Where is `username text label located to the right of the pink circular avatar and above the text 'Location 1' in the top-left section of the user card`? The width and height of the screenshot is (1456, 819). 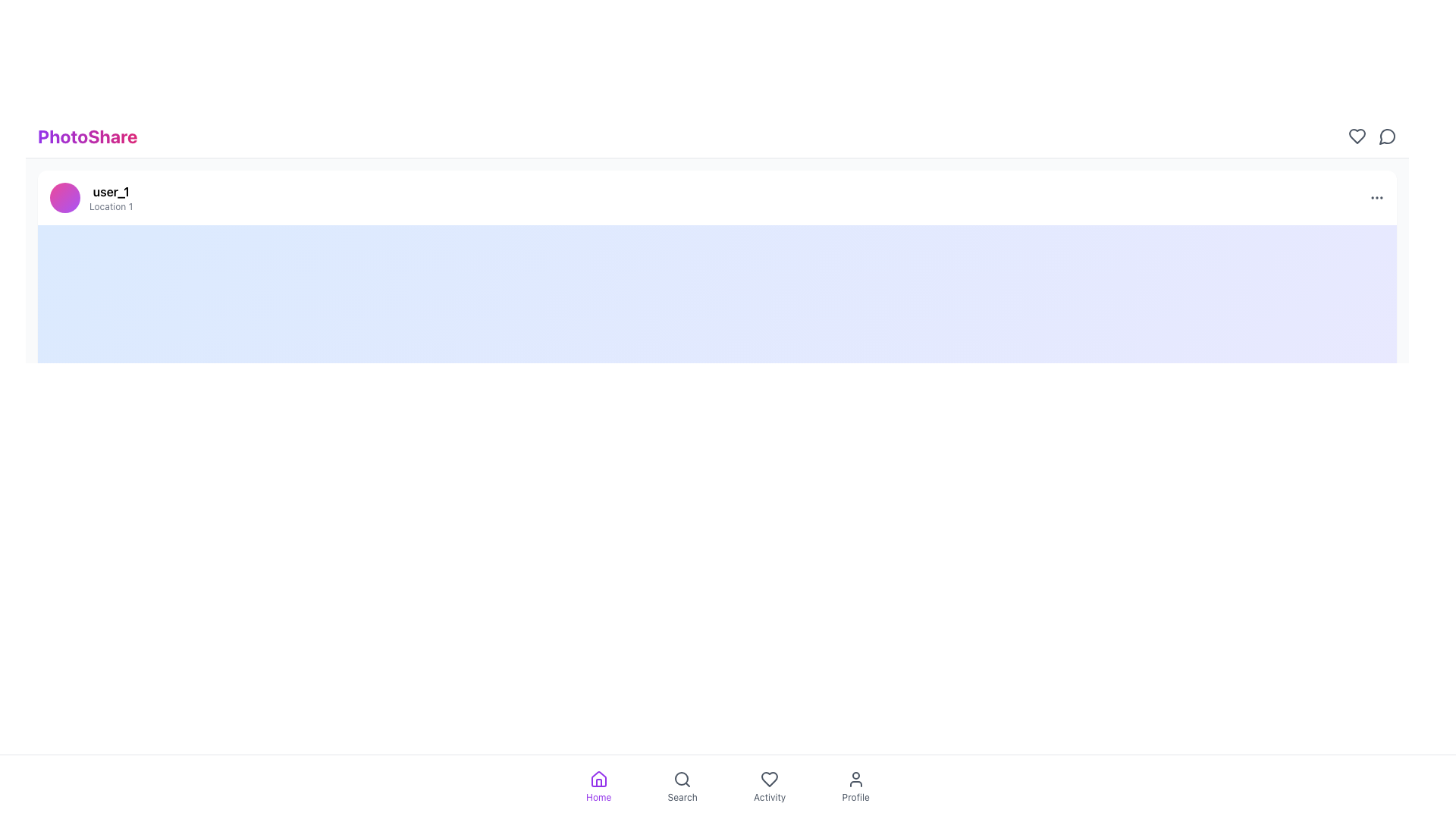
username text label located to the right of the pink circular avatar and above the text 'Location 1' in the top-left section of the user card is located at coordinates (110, 191).